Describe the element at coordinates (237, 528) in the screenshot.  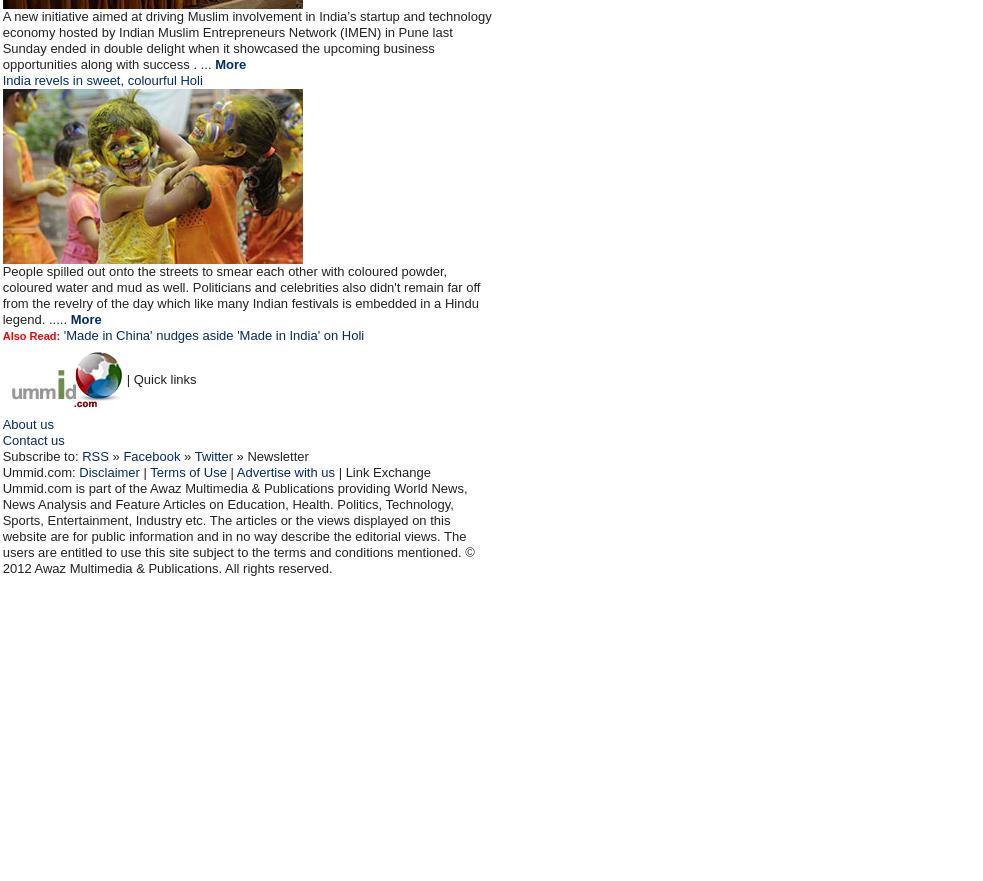
I see `'Ummid.com is part of the Awaz Multimedia & Publications providing World News, News Analysis and Feature Articles on Education, Health. Politics, Technology, Sports, Entertainment, Industry etc. The articles or the views displayed on this website are for public information and in no way describe the editorial views. The users are entitled to use this site subject to the terms and conditions mentioned.
© 2012 Awaz Multimedia & Publications. All rights reserved.'` at that location.